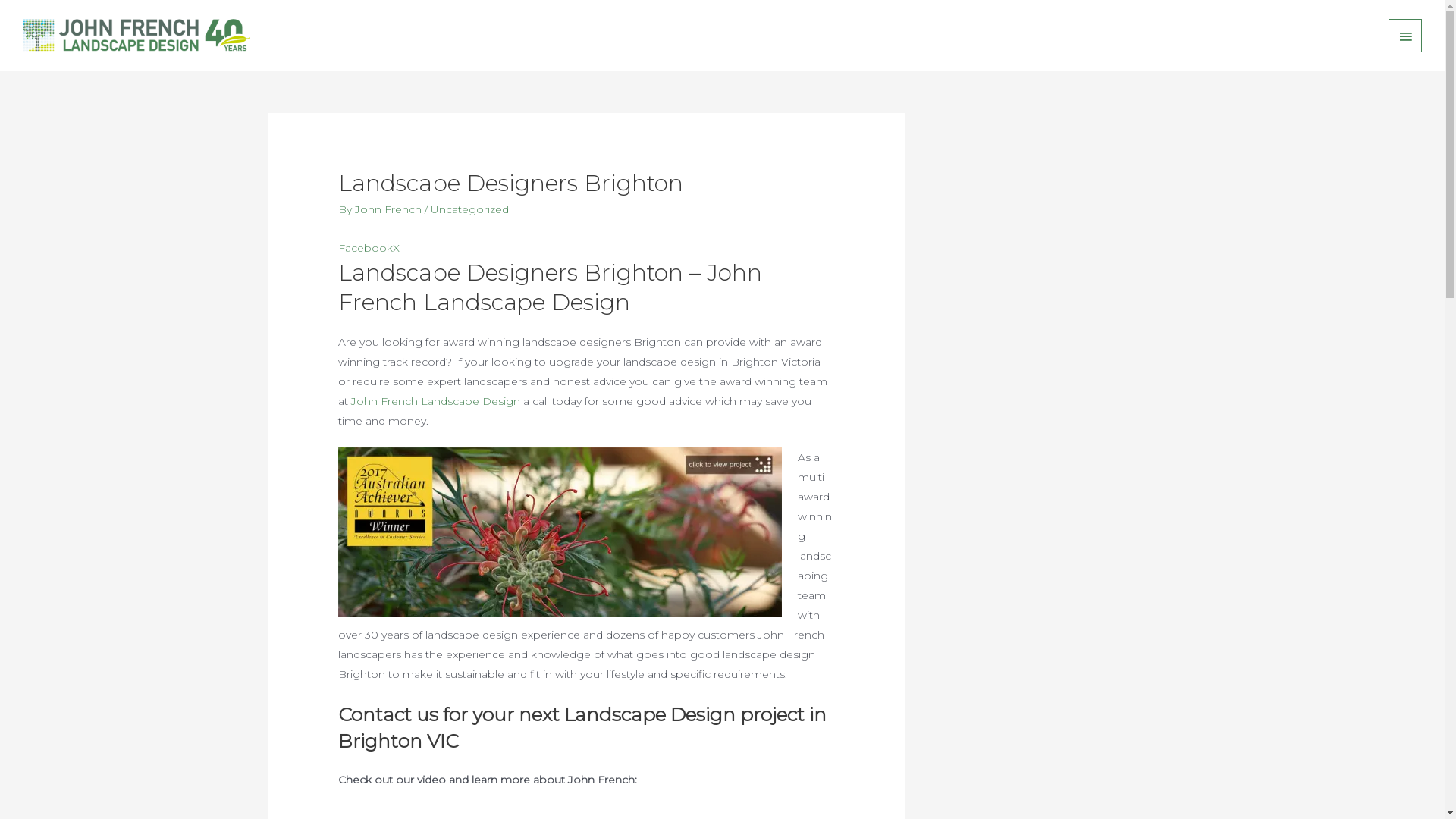 This screenshot has height=819, width=1456. Describe the element at coordinates (353, 209) in the screenshot. I see `'John French'` at that location.